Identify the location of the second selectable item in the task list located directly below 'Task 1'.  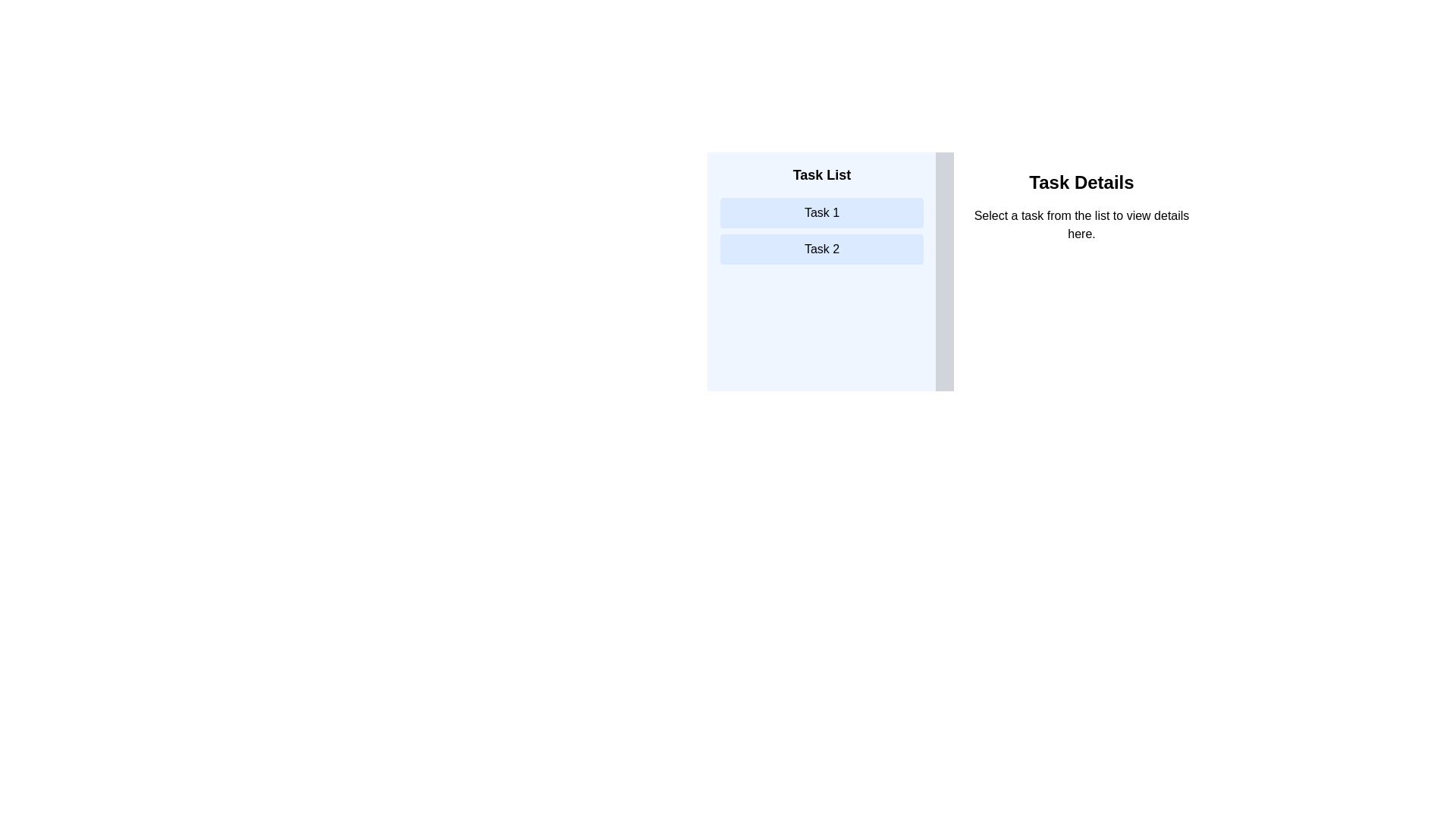
(821, 248).